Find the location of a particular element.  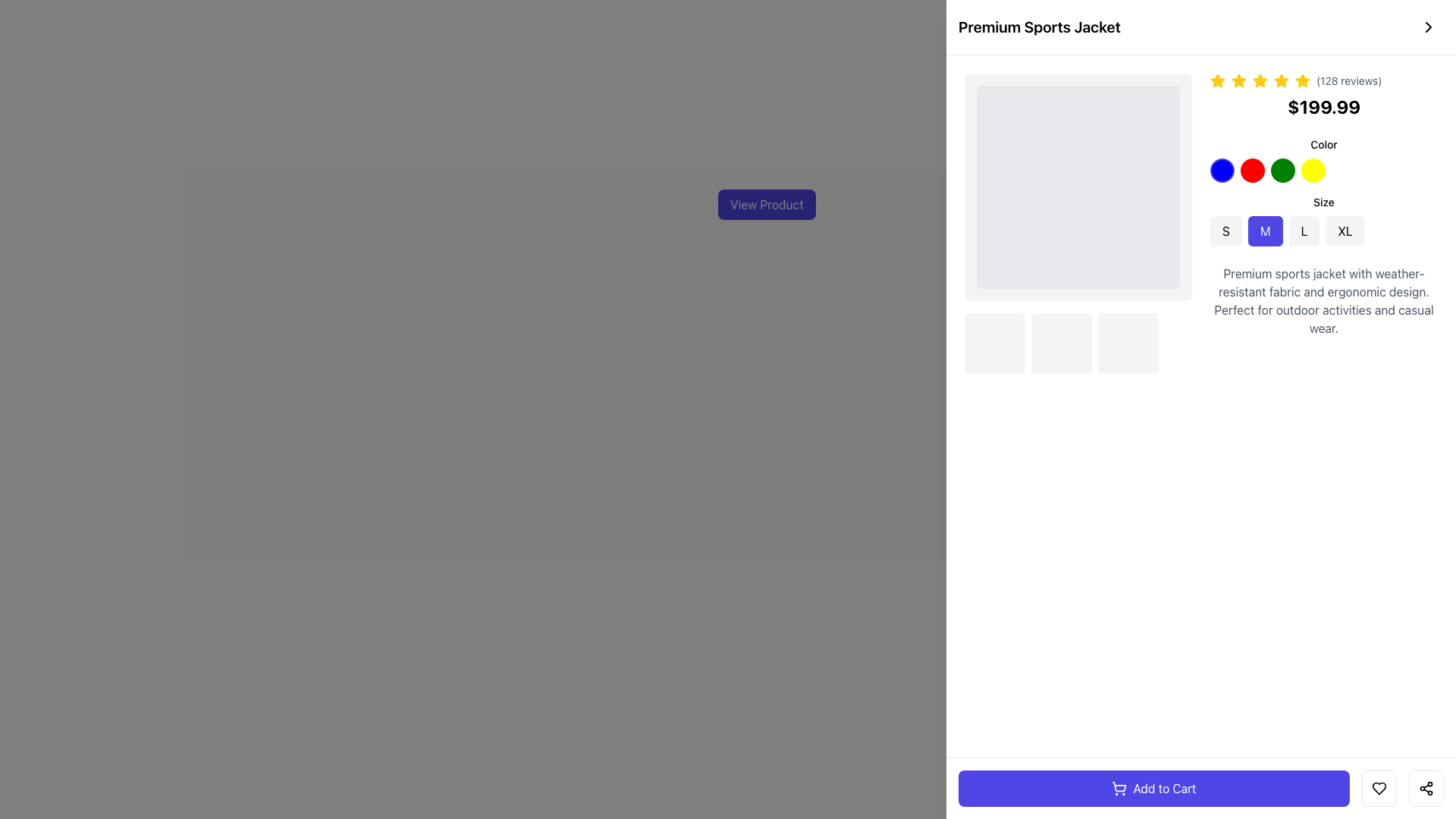

the second gold star icon in the rating system is located at coordinates (1260, 80).